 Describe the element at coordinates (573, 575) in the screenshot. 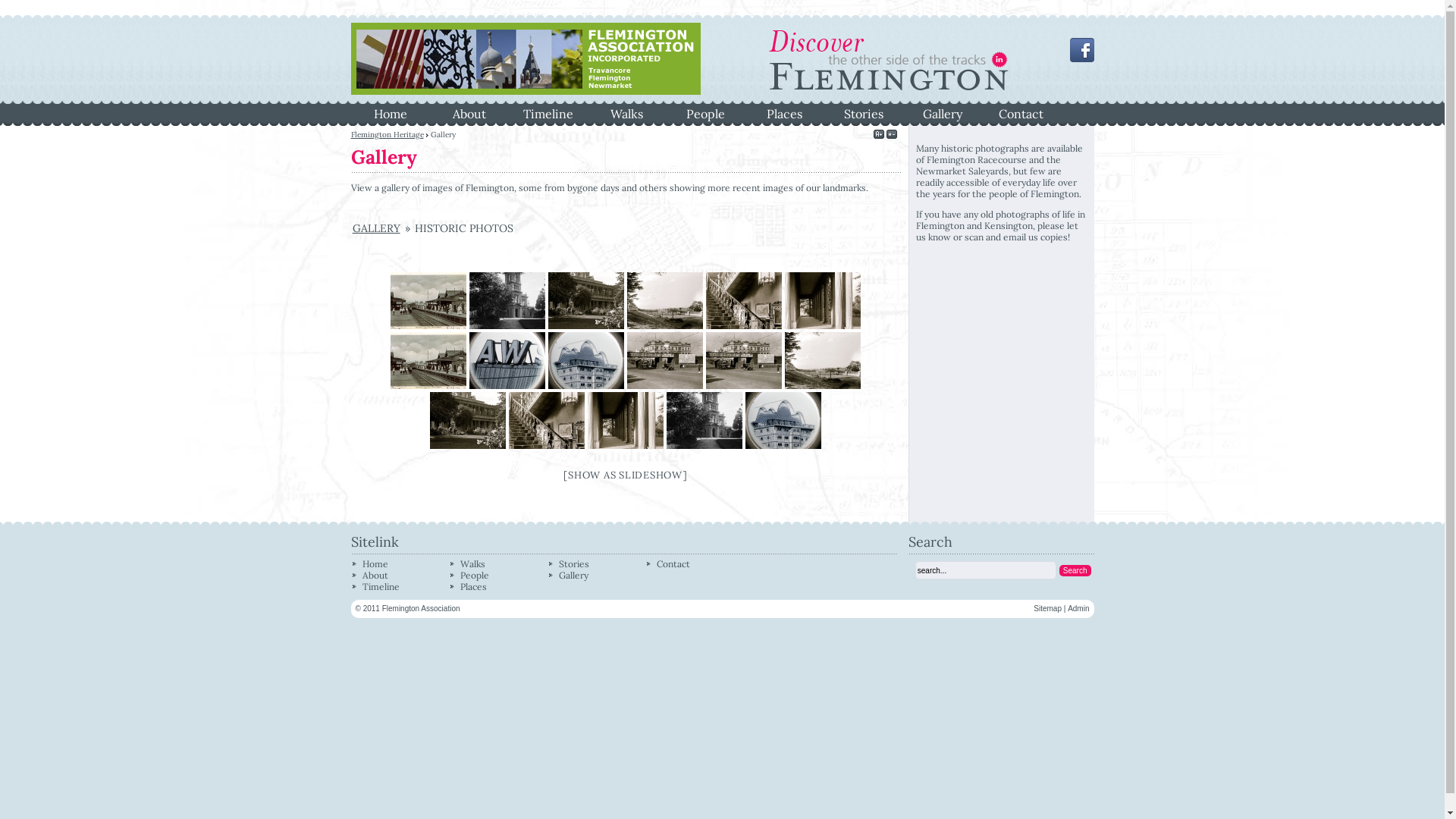

I see `'Gallery'` at that location.